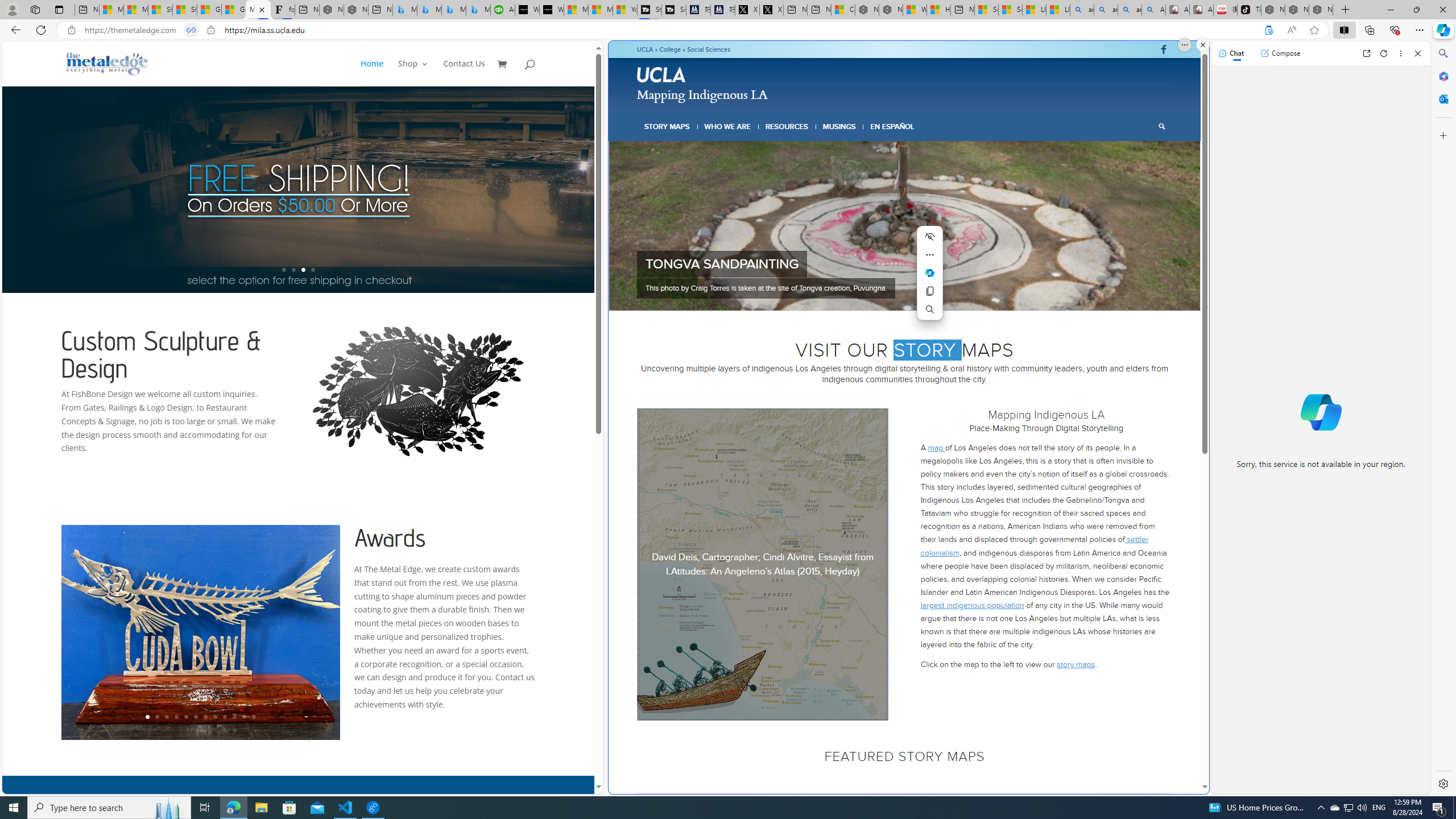 The image size is (1456, 819). What do you see at coordinates (929, 272) in the screenshot?
I see `'Mini menu on text selection'` at bounding box center [929, 272].